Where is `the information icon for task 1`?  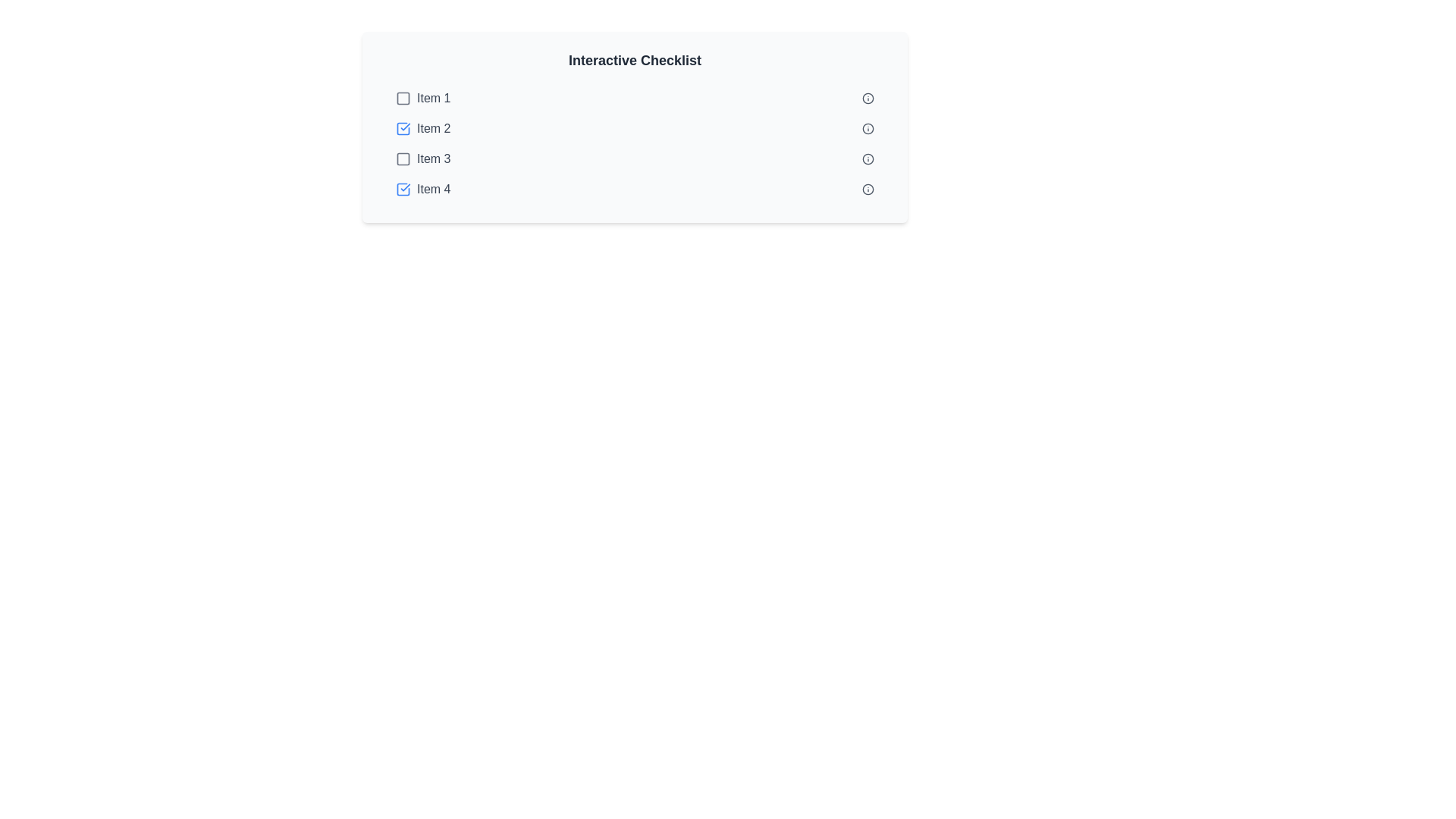 the information icon for task 1 is located at coordinates (868, 99).